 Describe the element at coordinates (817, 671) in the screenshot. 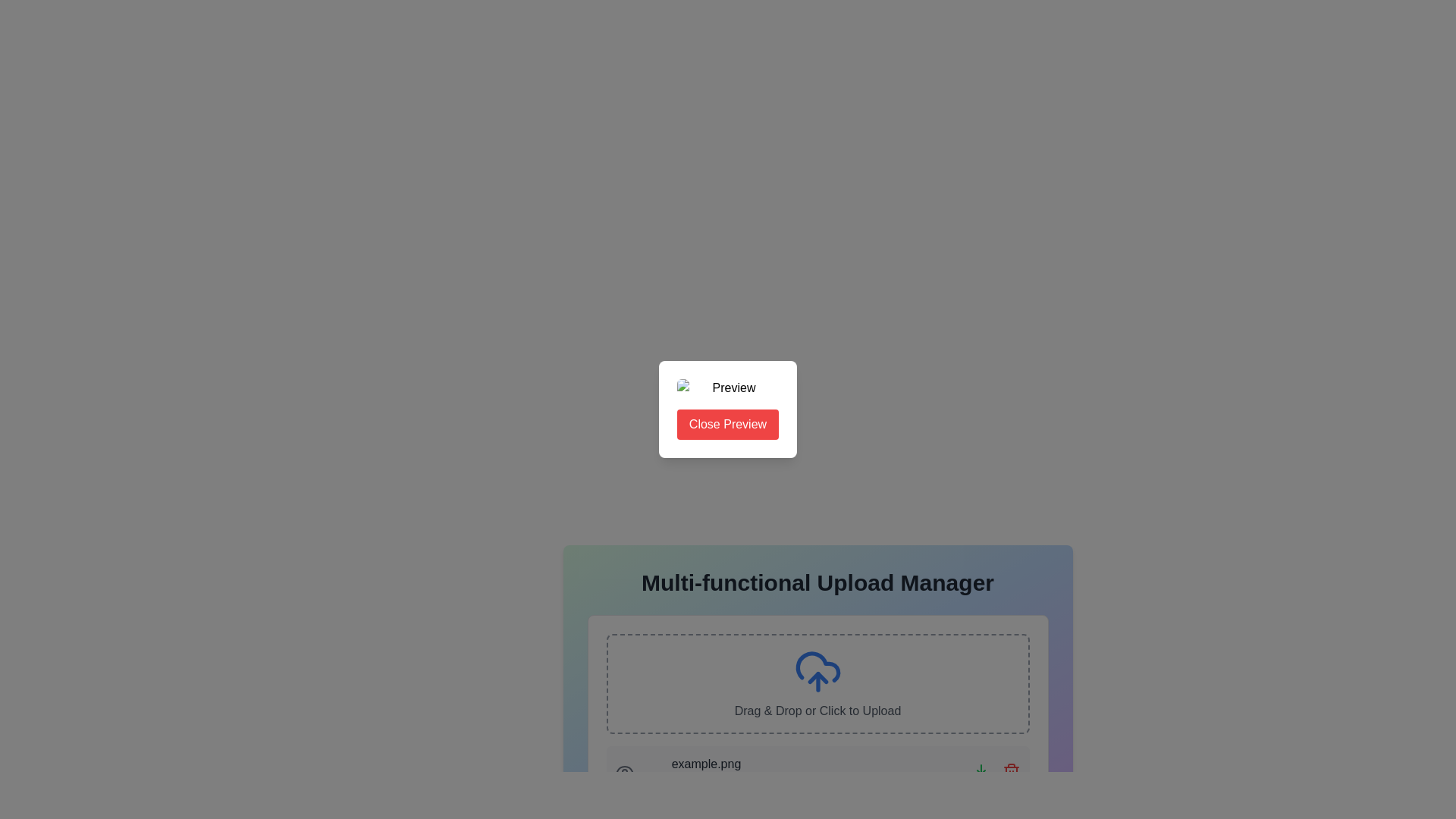

I see `the cloud-shaped upload icon with an upward-pointing arrow, which is located above the 'Drag & Drop or Click to Upload' text in the file upload interface` at that location.